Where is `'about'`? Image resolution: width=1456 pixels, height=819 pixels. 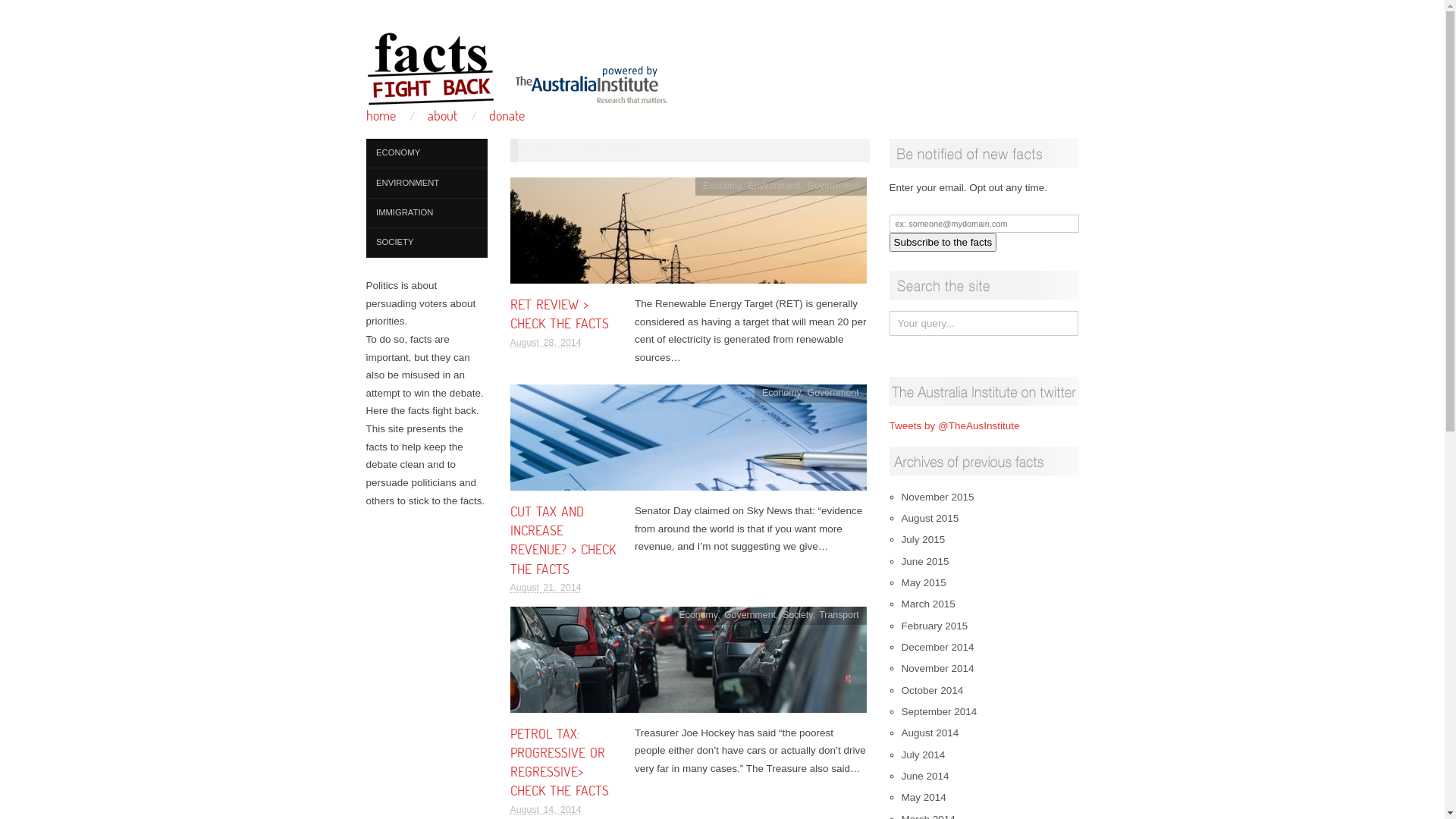
'about' is located at coordinates (427, 114).